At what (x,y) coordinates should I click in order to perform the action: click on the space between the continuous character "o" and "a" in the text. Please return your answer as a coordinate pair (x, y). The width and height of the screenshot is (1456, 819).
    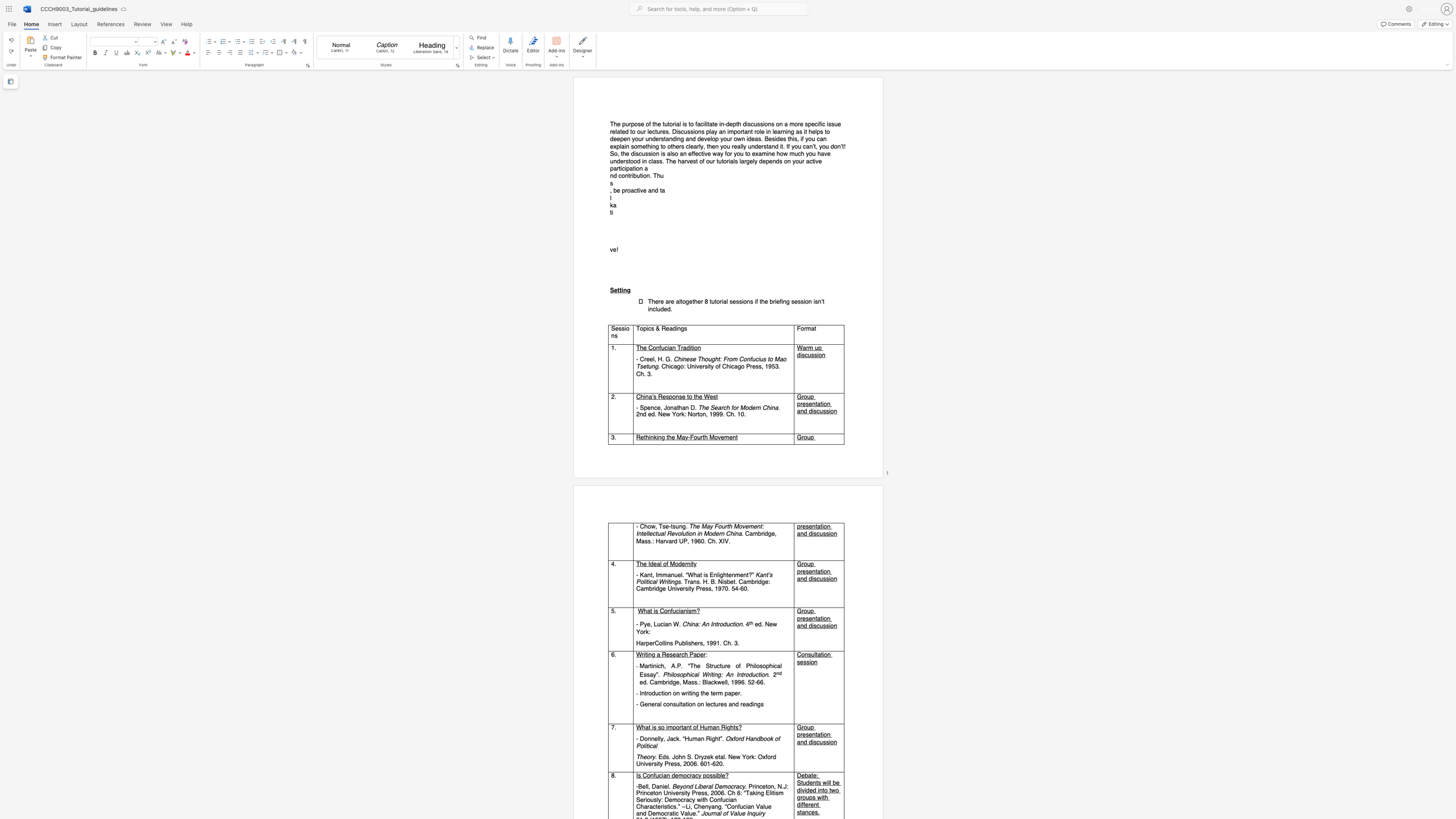
    Looking at the image, I should click on (630, 190).